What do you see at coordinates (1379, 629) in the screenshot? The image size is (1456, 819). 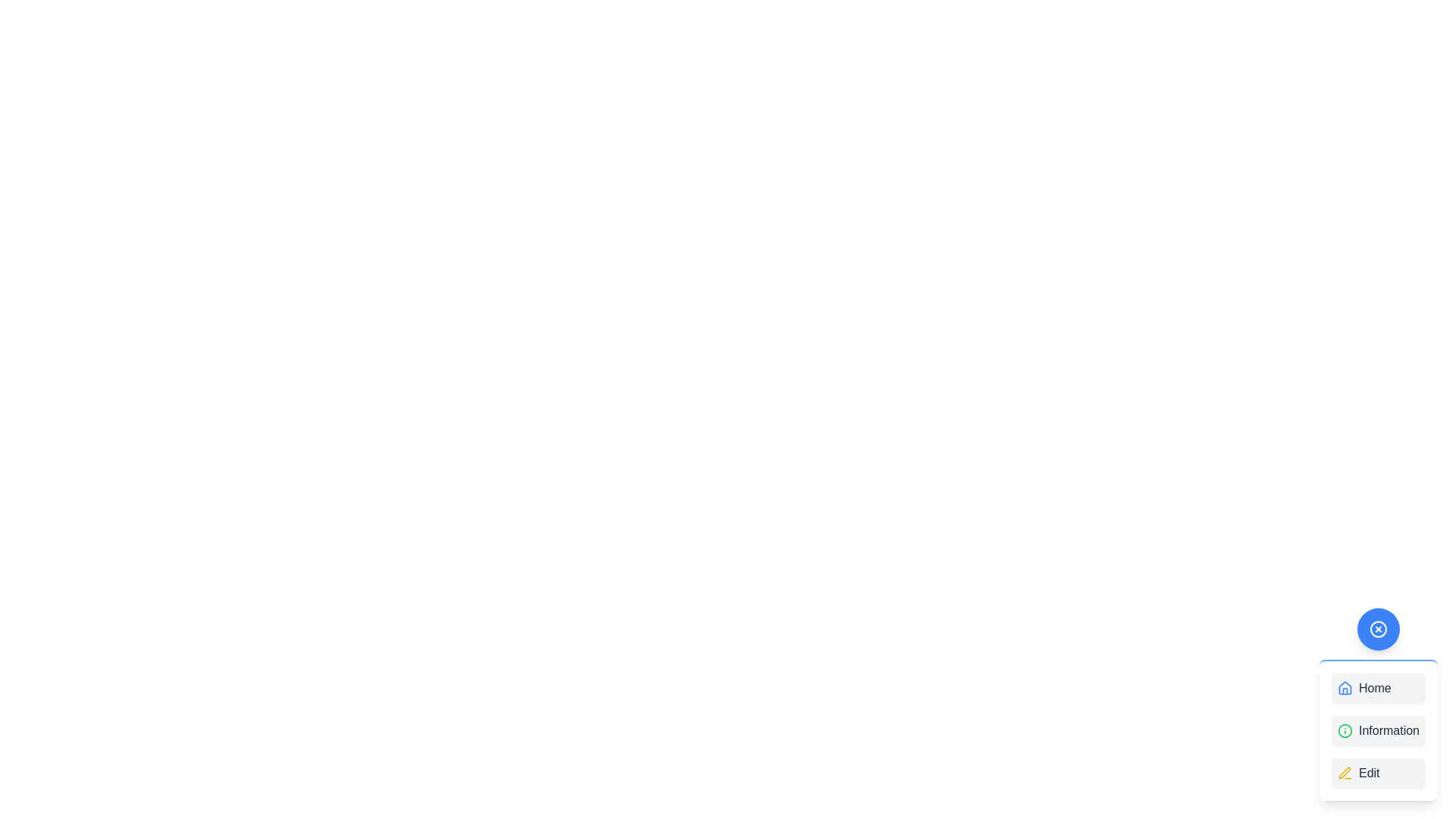 I see `the circular element that serves as the outer boundary of a closure or cancellation icon, which is styled in white on a blue background and located near the bottom-right corner of the interface` at bounding box center [1379, 629].